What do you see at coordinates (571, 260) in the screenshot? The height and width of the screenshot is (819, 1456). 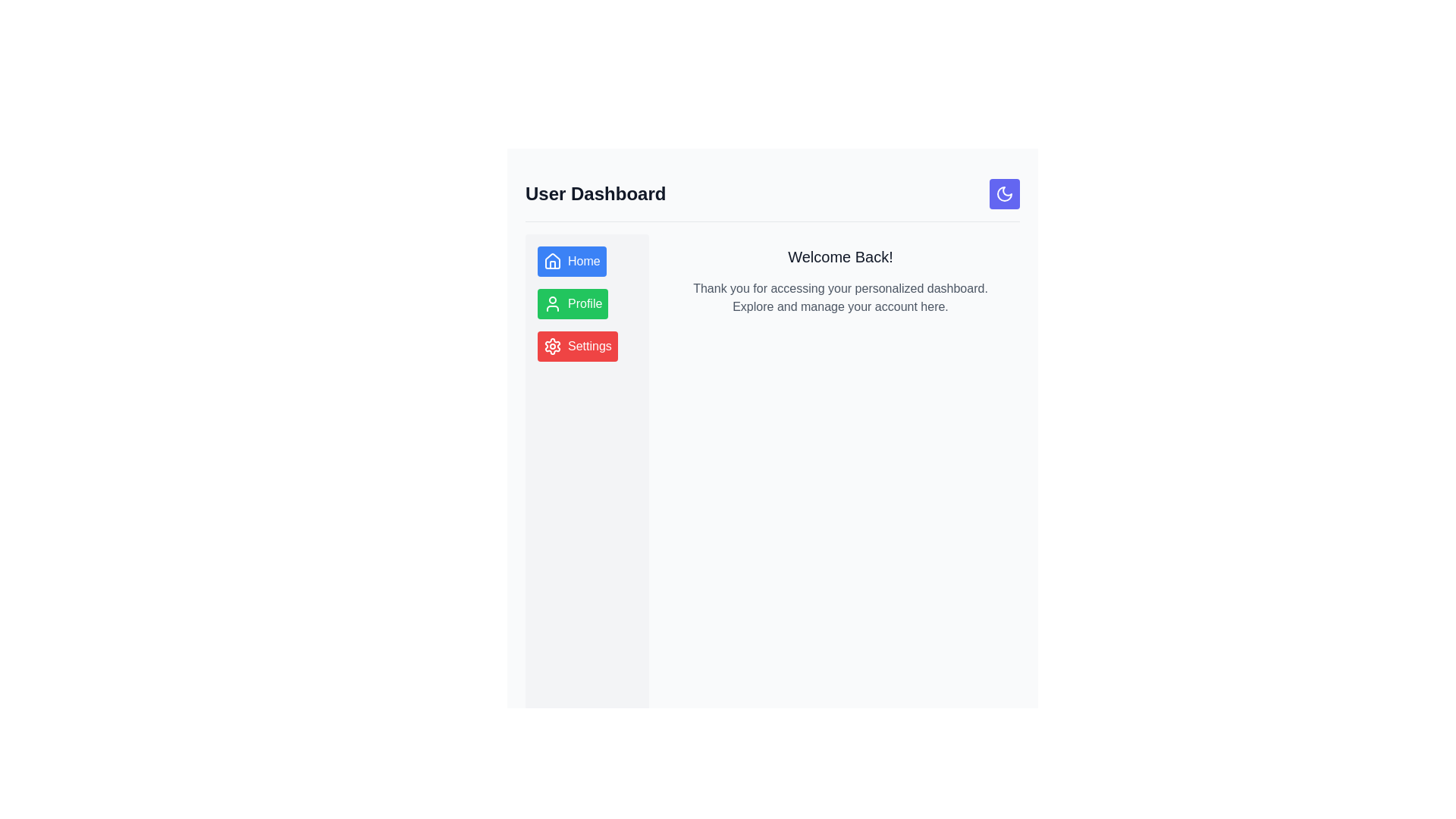 I see `the 'Home' button located at the top of the vertical button list on the left side of the interface` at bounding box center [571, 260].